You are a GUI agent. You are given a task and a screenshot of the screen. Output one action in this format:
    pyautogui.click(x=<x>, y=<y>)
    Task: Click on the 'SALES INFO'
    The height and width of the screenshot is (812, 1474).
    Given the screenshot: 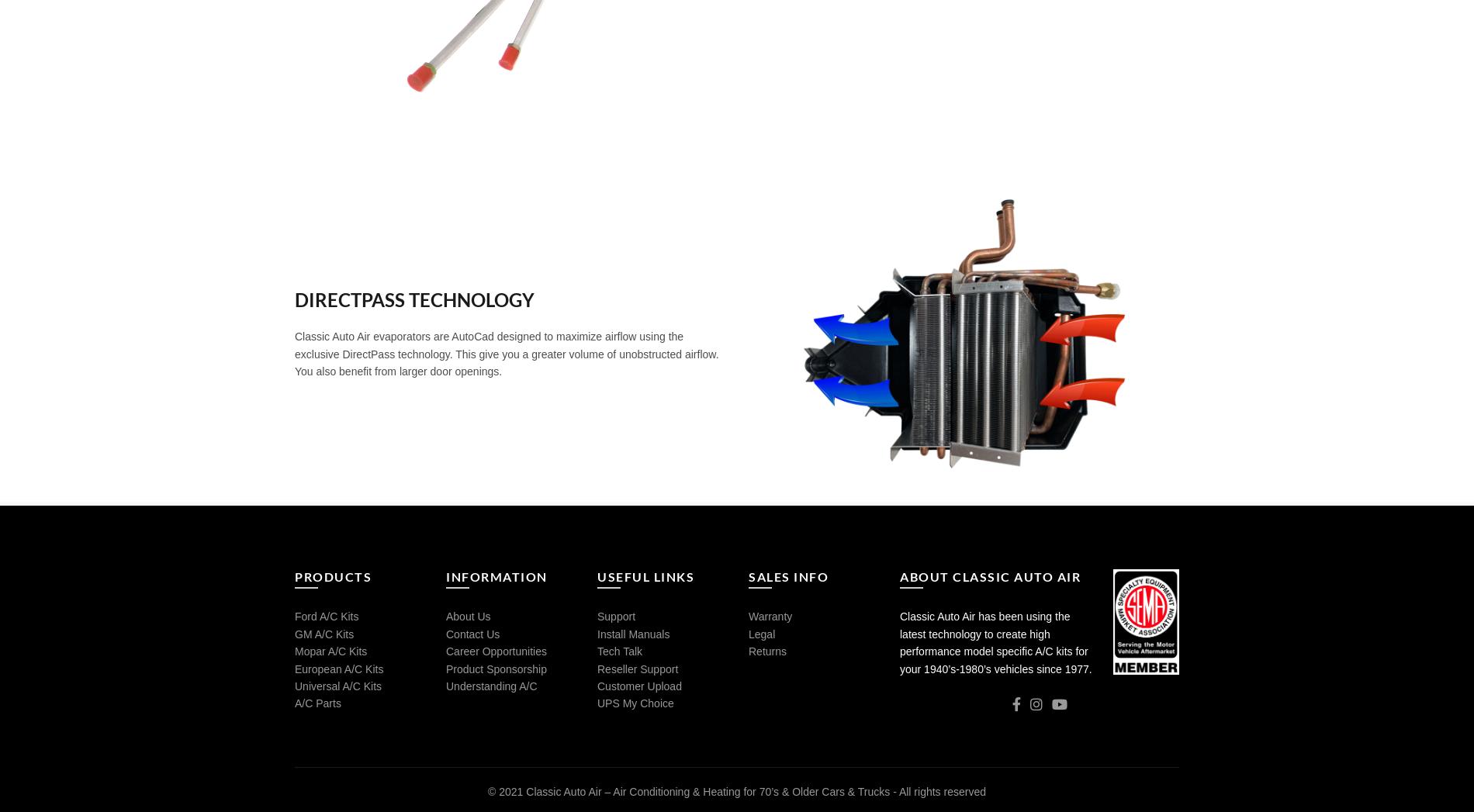 What is the action you would take?
    pyautogui.click(x=788, y=576)
    